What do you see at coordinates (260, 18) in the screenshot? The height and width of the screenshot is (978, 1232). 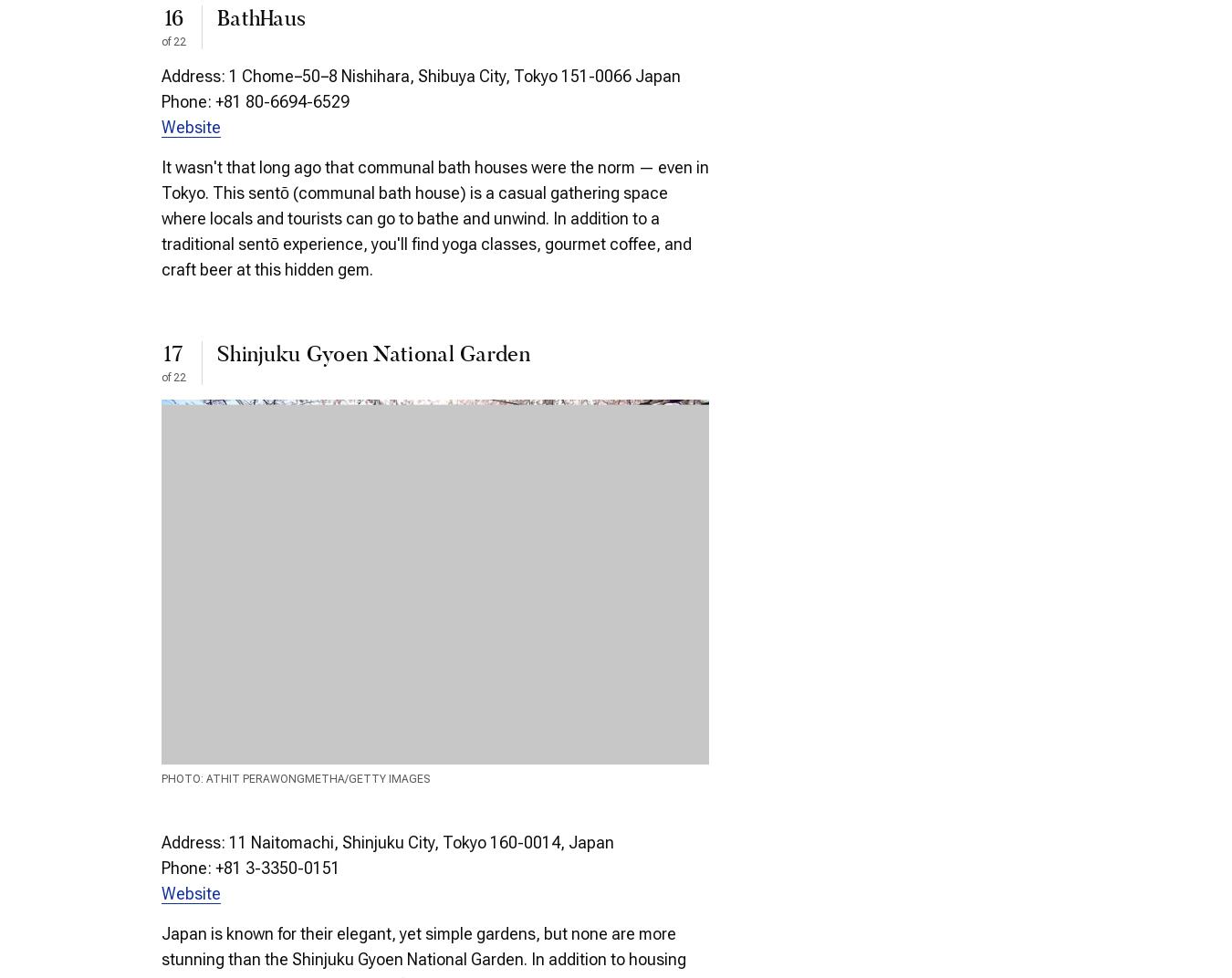 I see `'BathHaus'` at bounding box center [260, 18].